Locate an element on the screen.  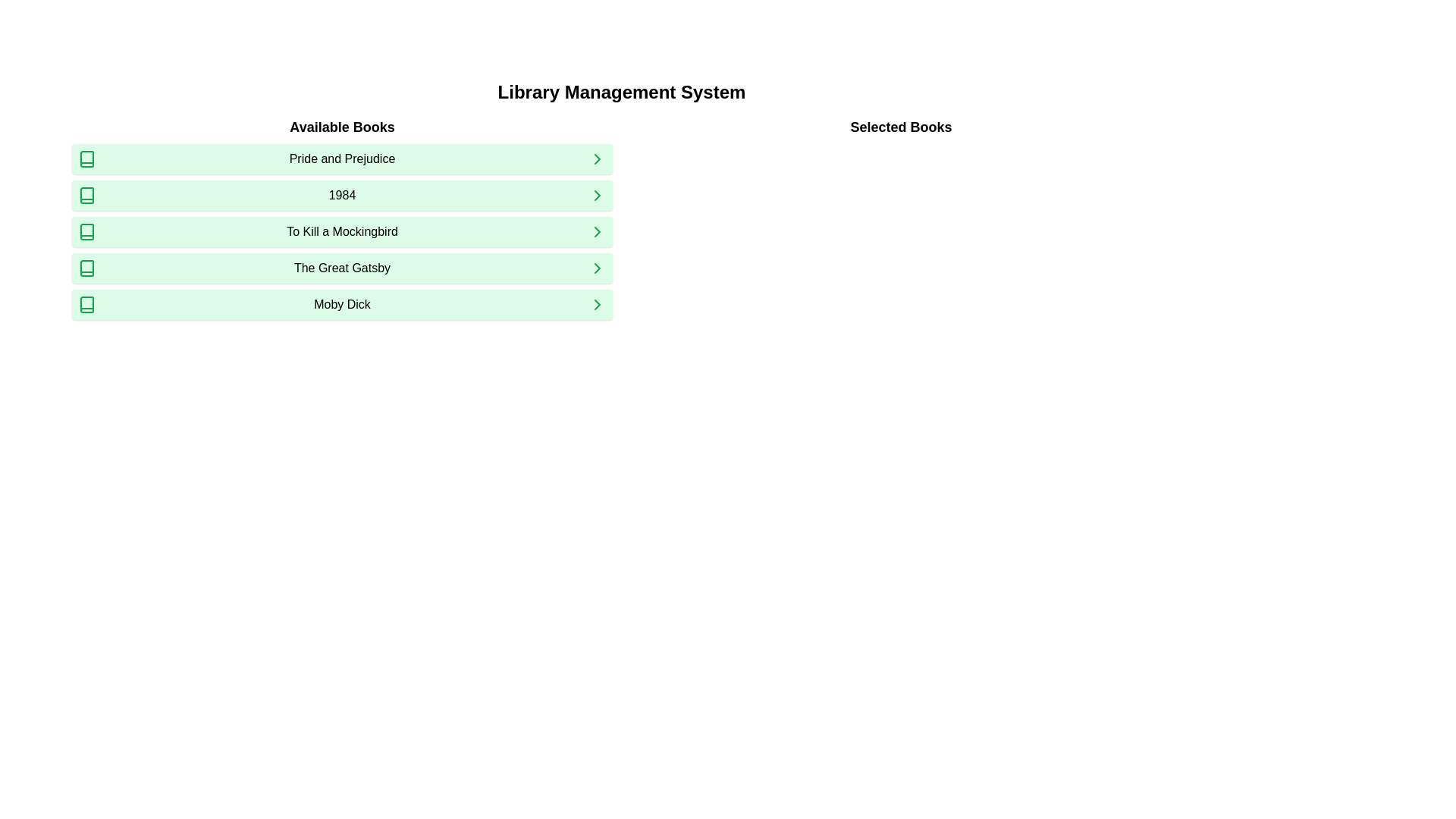
the rightward arrow icon in the 'Available Books' section, which indicates navigation or selection for the 'To Kill a Mockingbird' book entry is located at coordinates (596, 231).